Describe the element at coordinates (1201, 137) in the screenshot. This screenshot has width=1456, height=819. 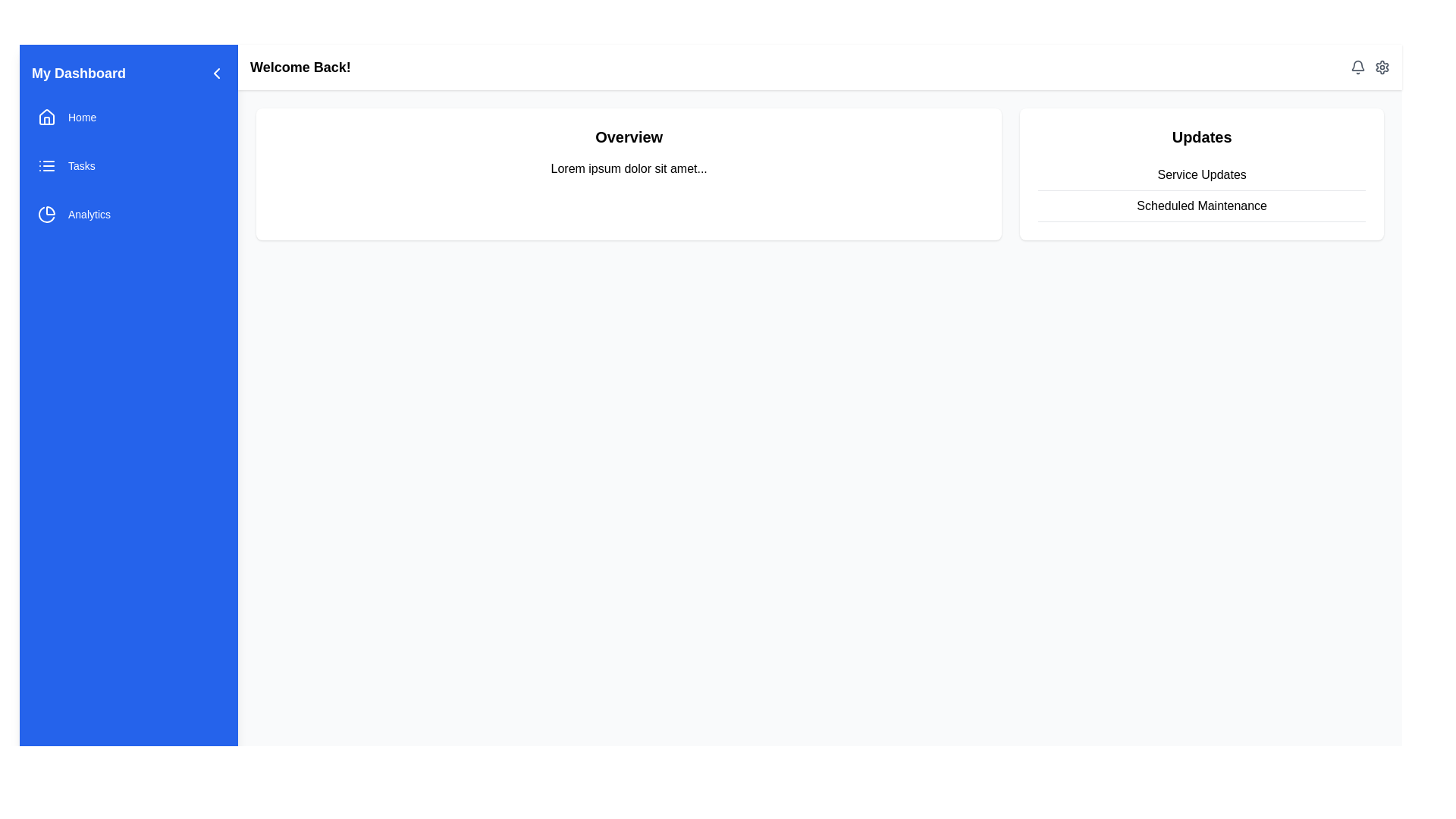
I see `the bolded text header displaying 'Updates' located at the top-right corner of the white rounded box` at that location.